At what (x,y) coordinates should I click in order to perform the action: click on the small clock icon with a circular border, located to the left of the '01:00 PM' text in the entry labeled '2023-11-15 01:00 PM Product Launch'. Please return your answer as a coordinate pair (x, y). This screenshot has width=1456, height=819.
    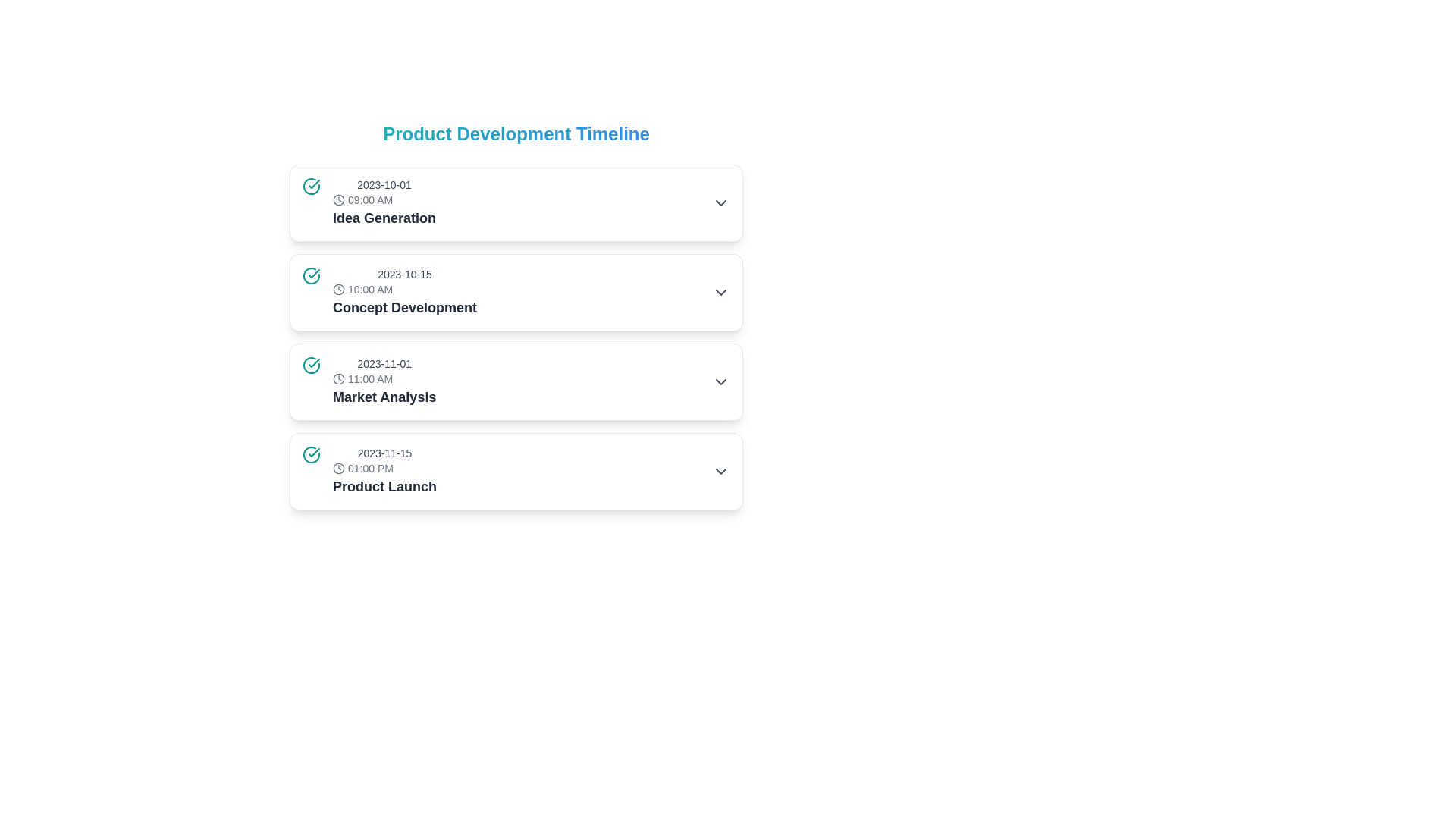
    Looking at the image, I should click on (337, 467).